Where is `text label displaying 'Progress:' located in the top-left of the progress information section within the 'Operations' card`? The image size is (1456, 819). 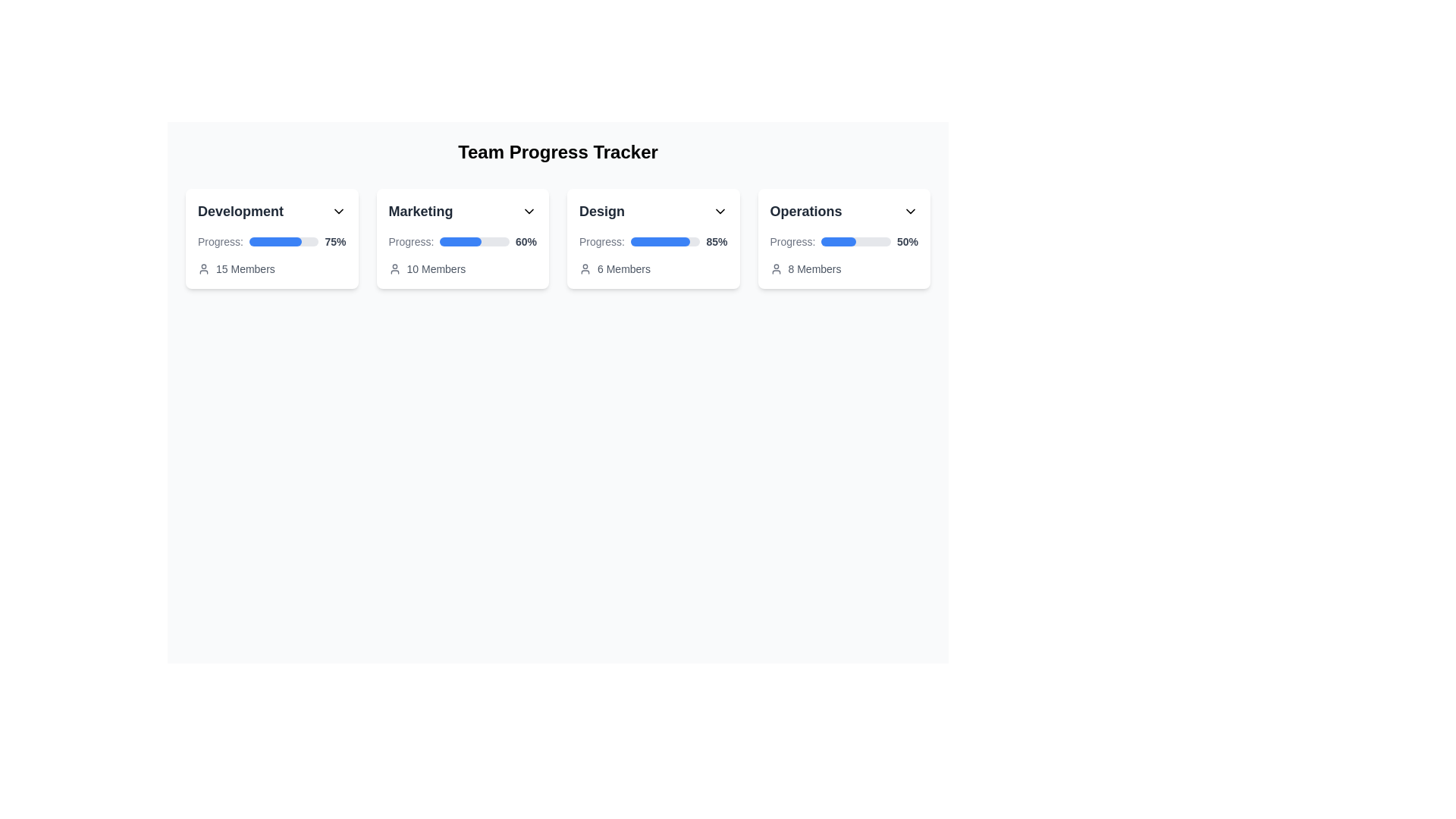 text label displaying 'Progress:' located in the top-left of the progress information section within the 'Operations' card is located at coordinates (792, 241).